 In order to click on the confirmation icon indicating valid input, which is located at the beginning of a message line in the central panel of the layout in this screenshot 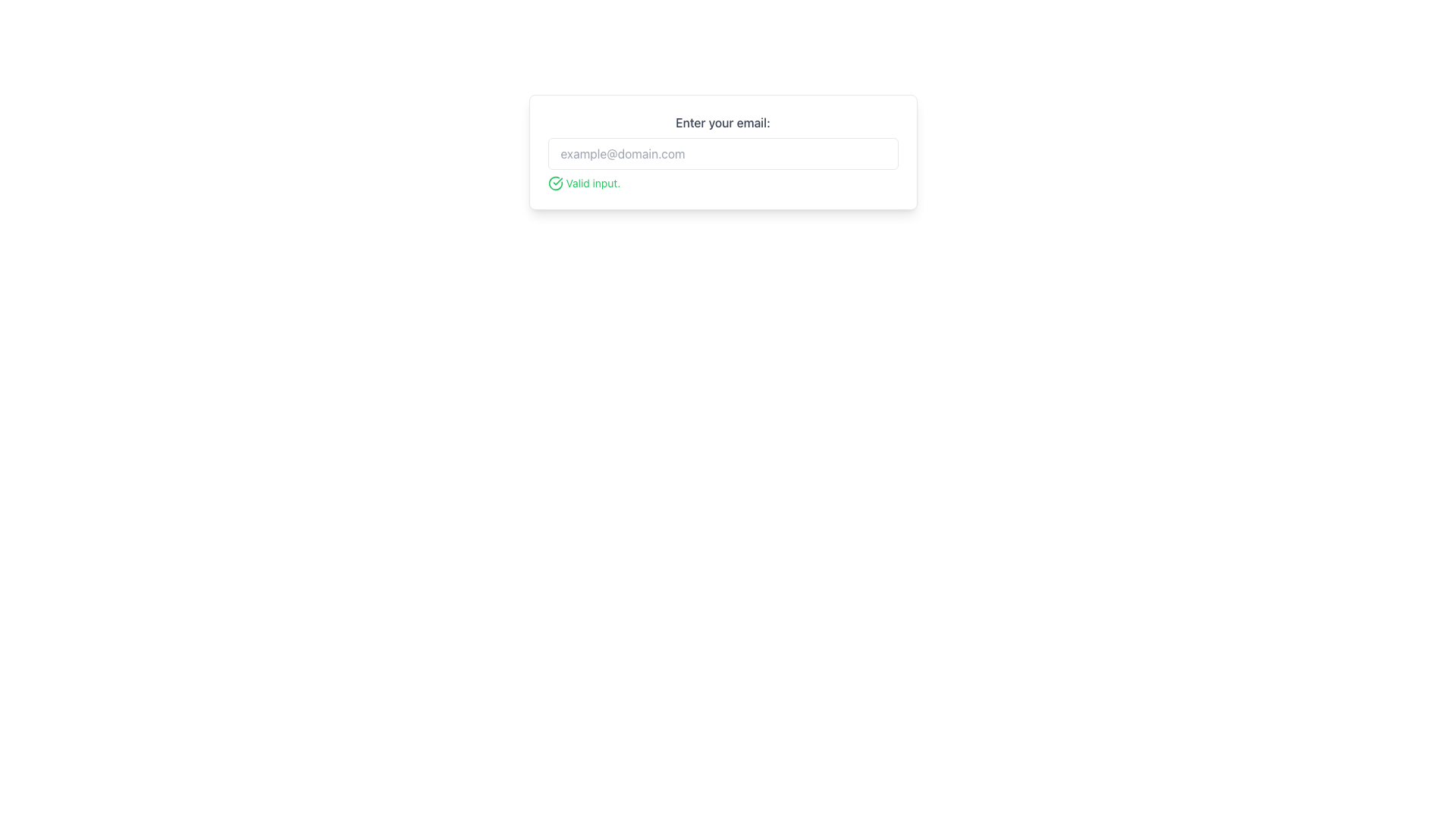, I will do `click(554, 183)`.